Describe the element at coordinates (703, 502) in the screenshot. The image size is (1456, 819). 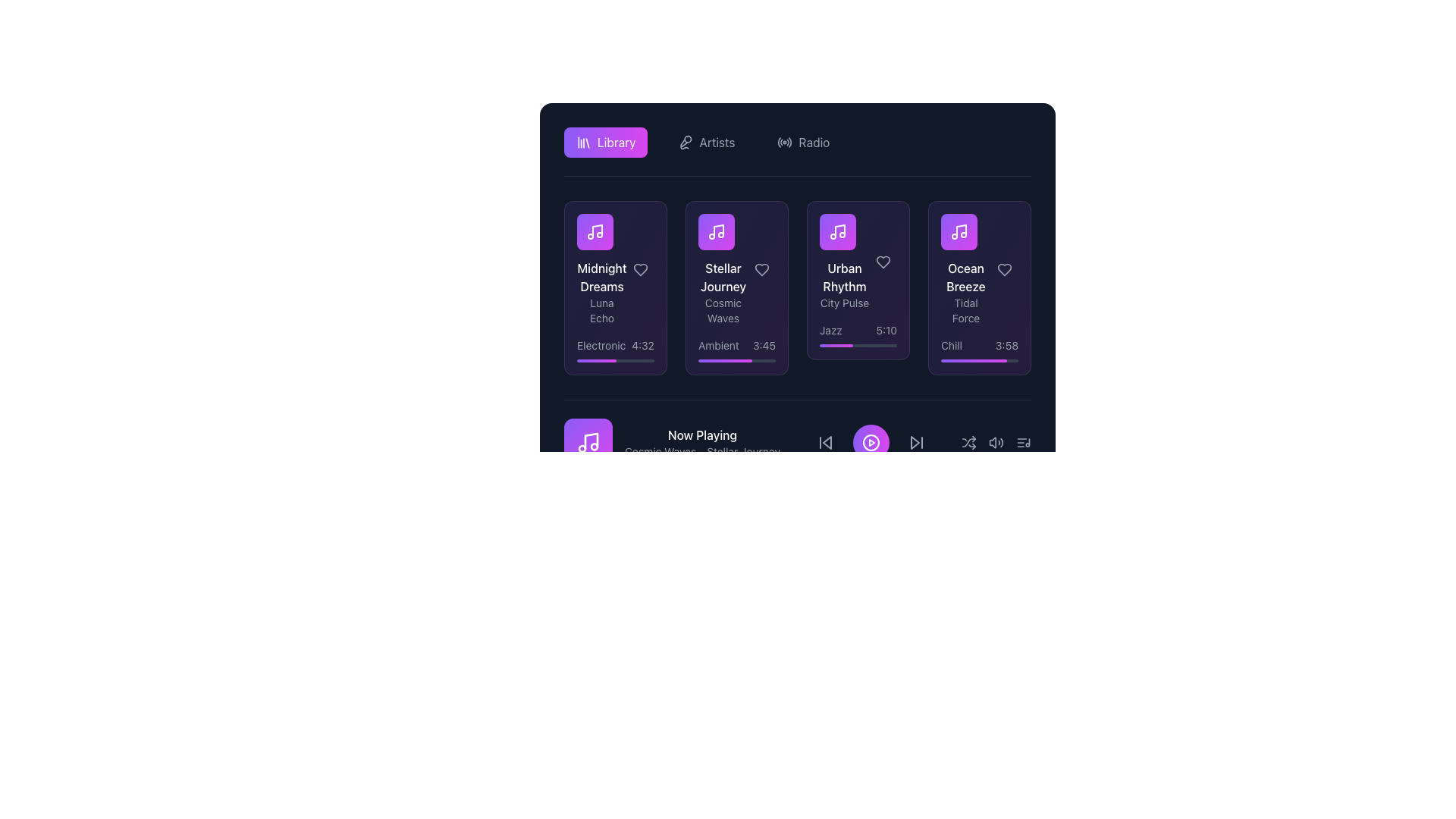
I see `the Progress indicator, which is a rounded rectangular bar with a gradient from violet to fuchsia, representing 60% completion` at that location.